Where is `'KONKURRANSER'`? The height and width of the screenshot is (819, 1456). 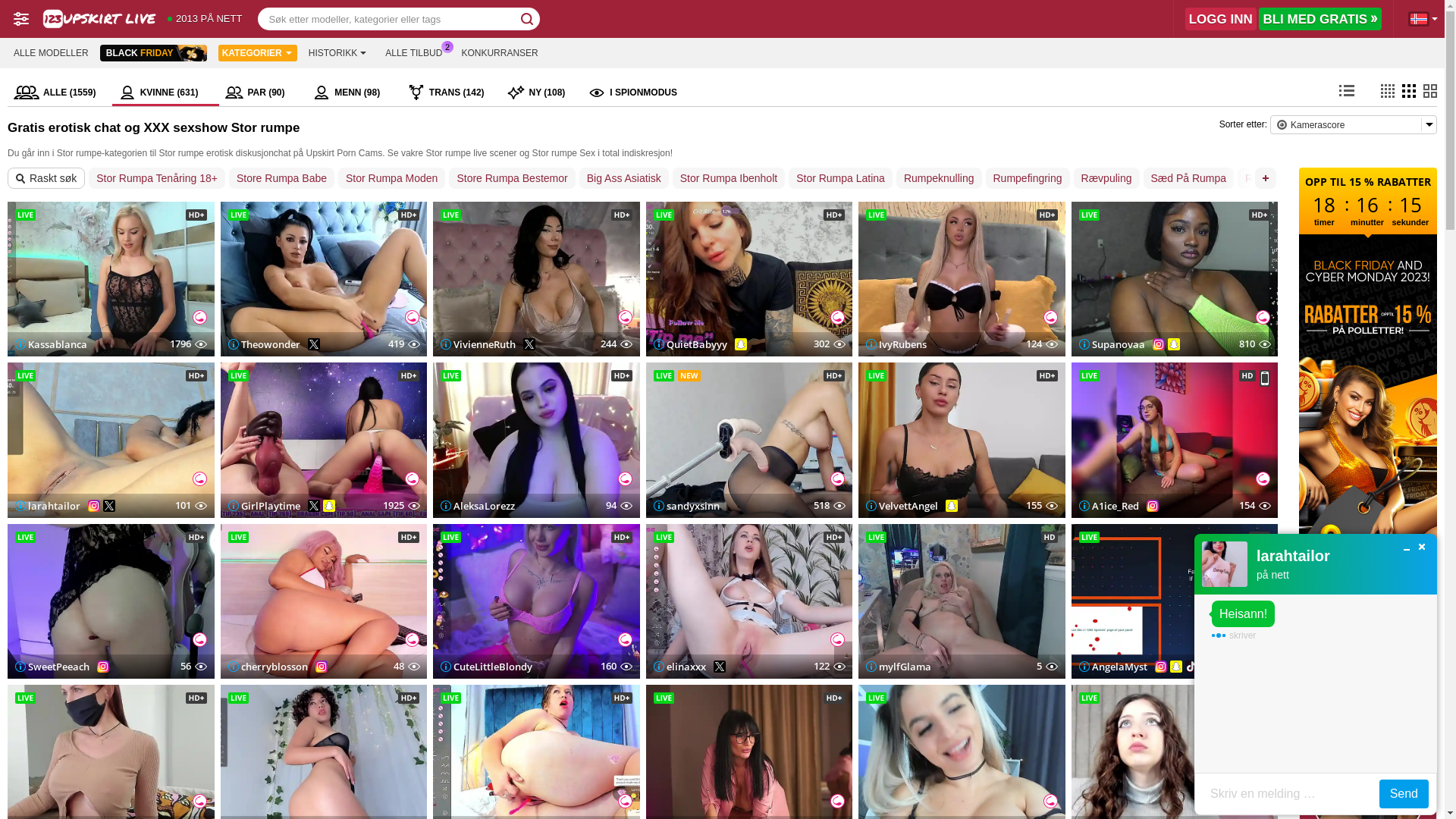
'KONKURRANSER' is located at coordinates (453, 52).